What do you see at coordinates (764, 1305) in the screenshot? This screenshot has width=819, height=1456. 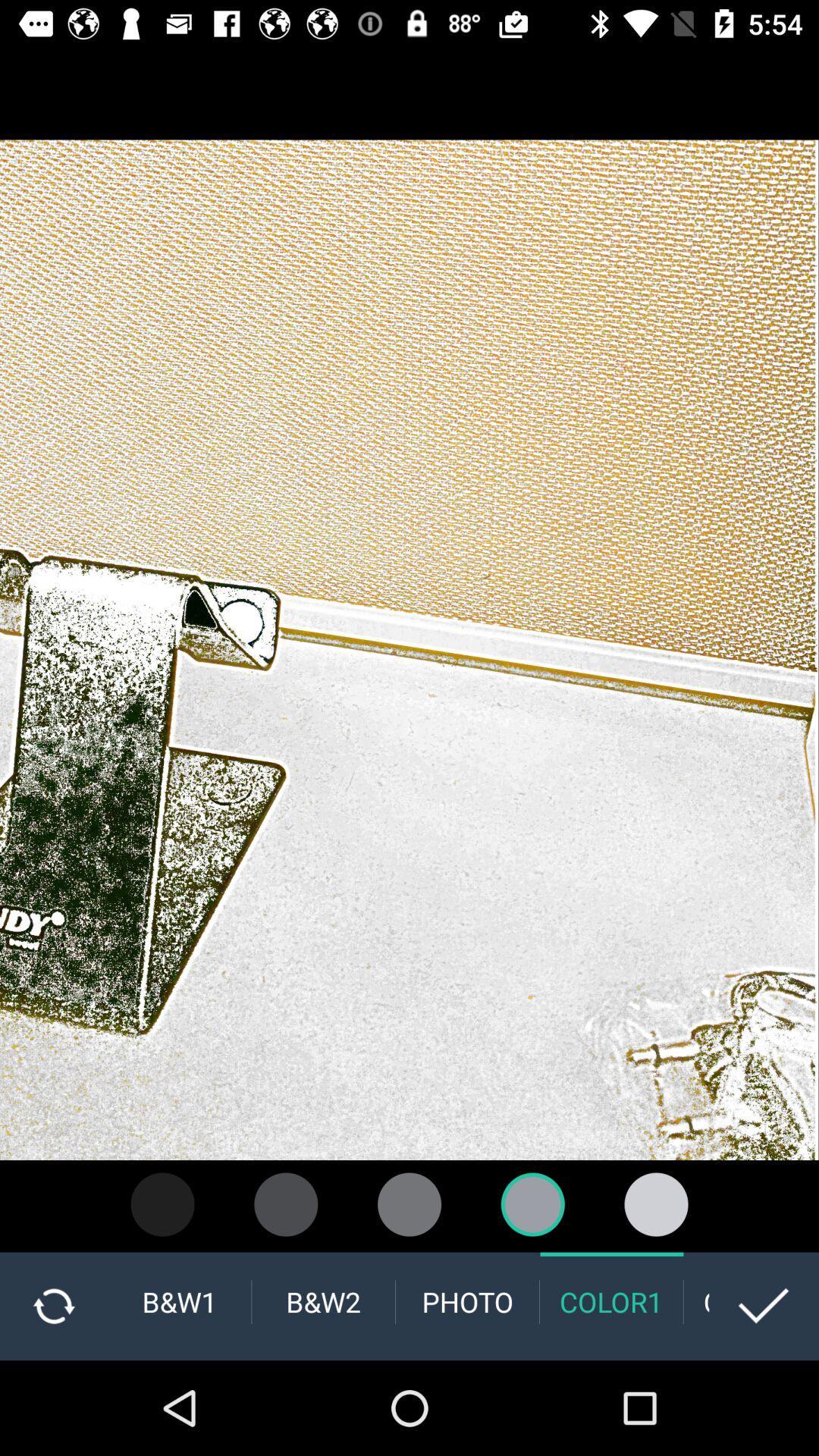 I see `the check icon` at bounding box center [764, 1305].